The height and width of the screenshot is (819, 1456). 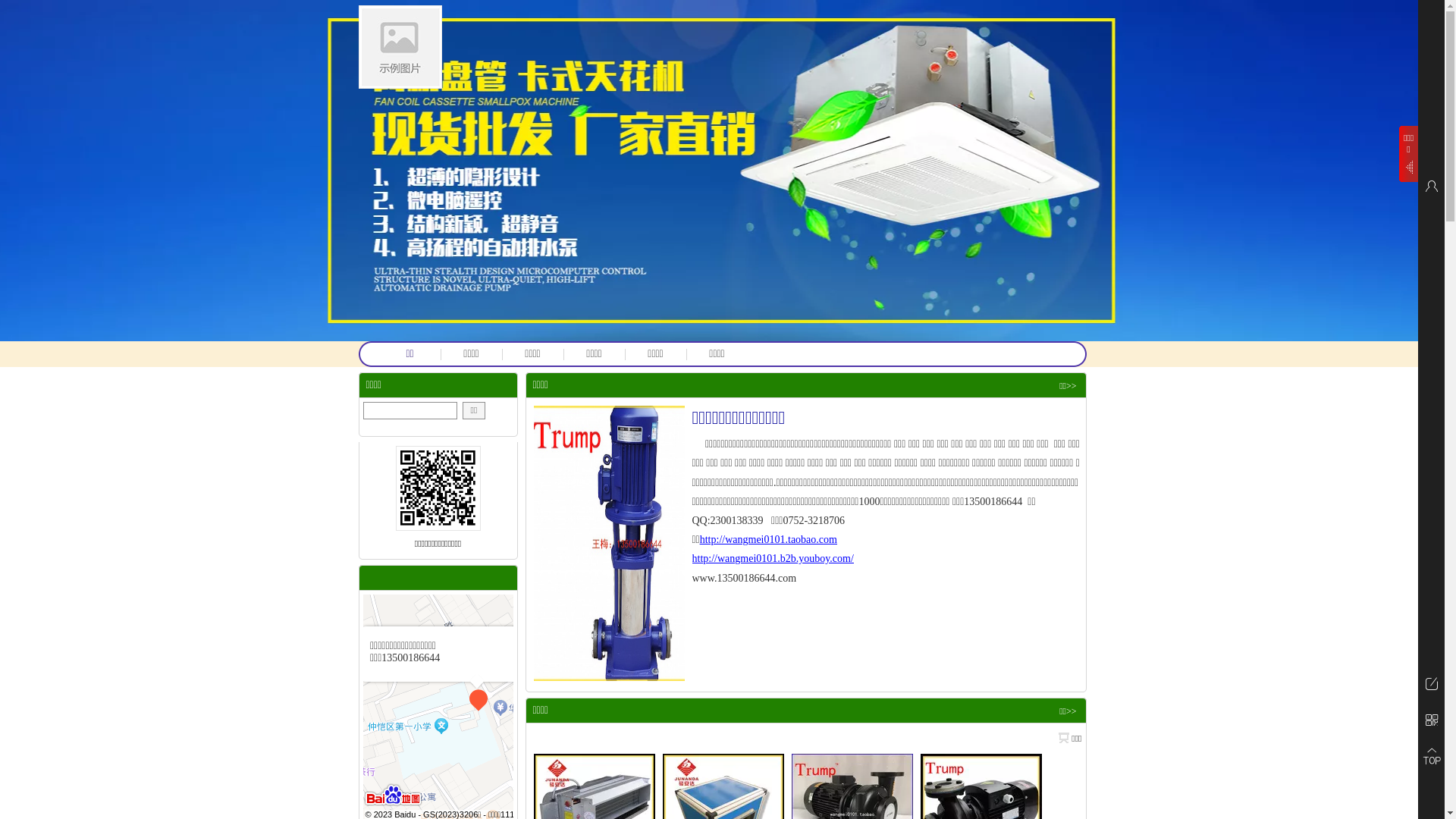 What do you see at coordinates (768, 539) in the screenshot?
I see `'http://wangmei0101.taobao.com'` at bounding box center [768, 539].